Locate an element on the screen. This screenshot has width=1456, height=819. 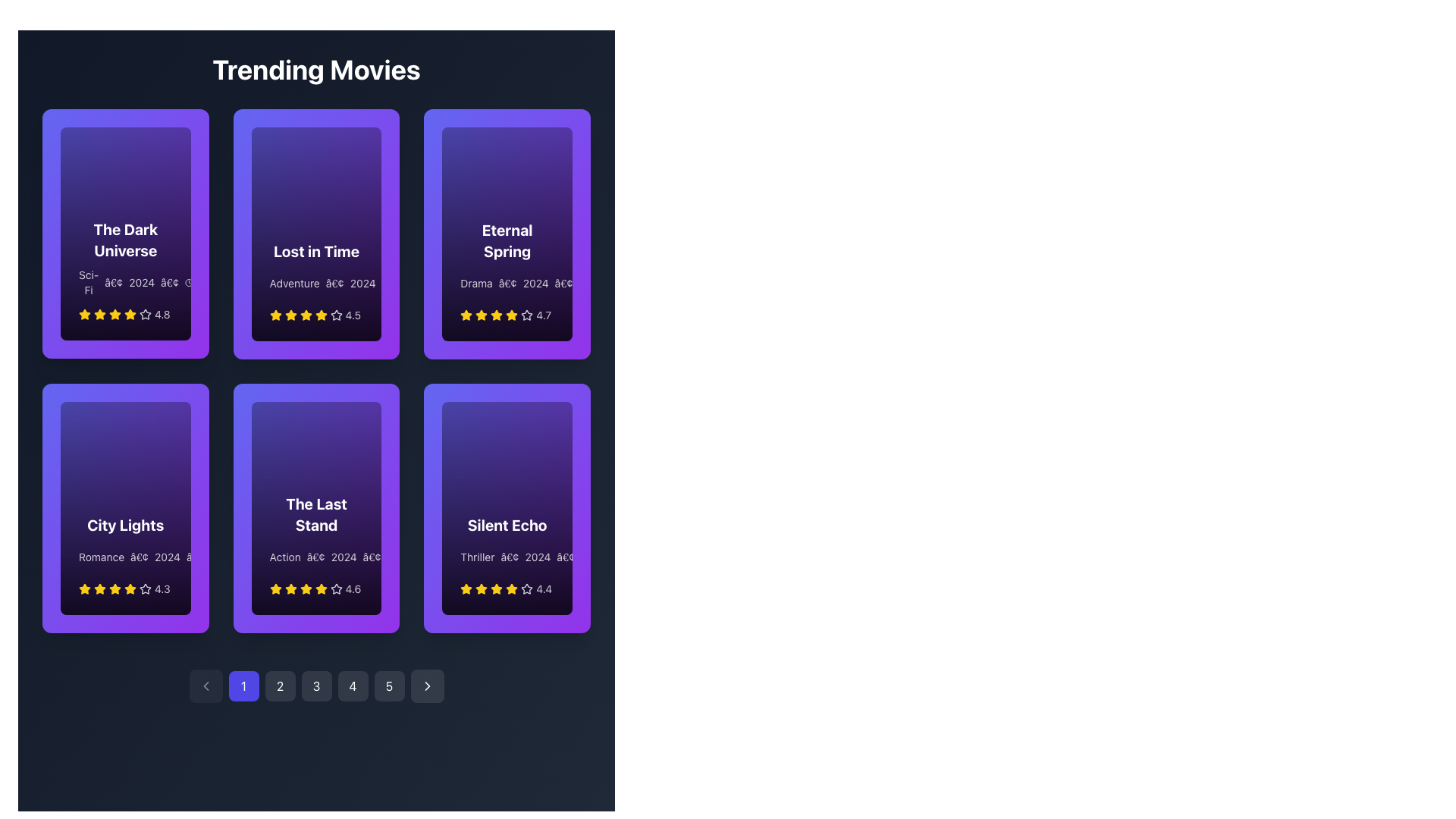
the visual representation of the fifth star icon in the rating system below the movie title 'The Dark Universe' is located at coordinates (115, 314).